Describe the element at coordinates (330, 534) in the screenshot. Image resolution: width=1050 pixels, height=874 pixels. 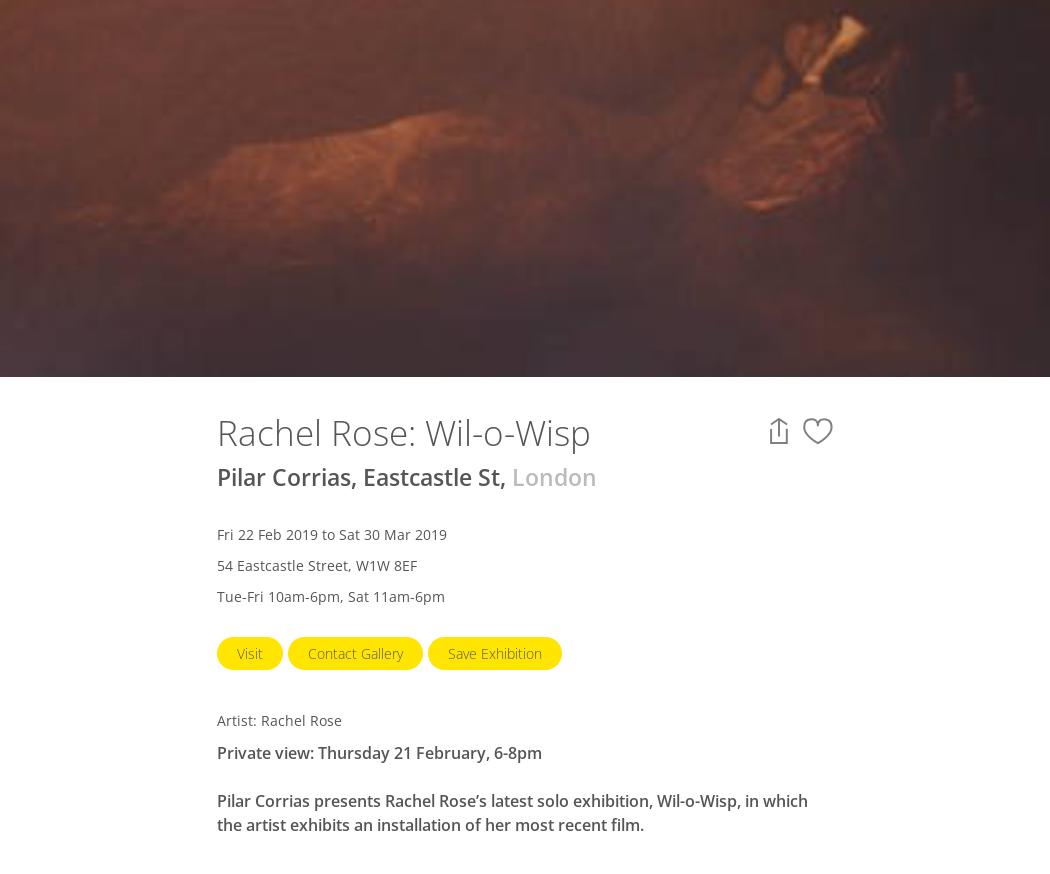
I see `'Fri 22 Feb 2019 to Sat 30 Mar 2019'` at that location.